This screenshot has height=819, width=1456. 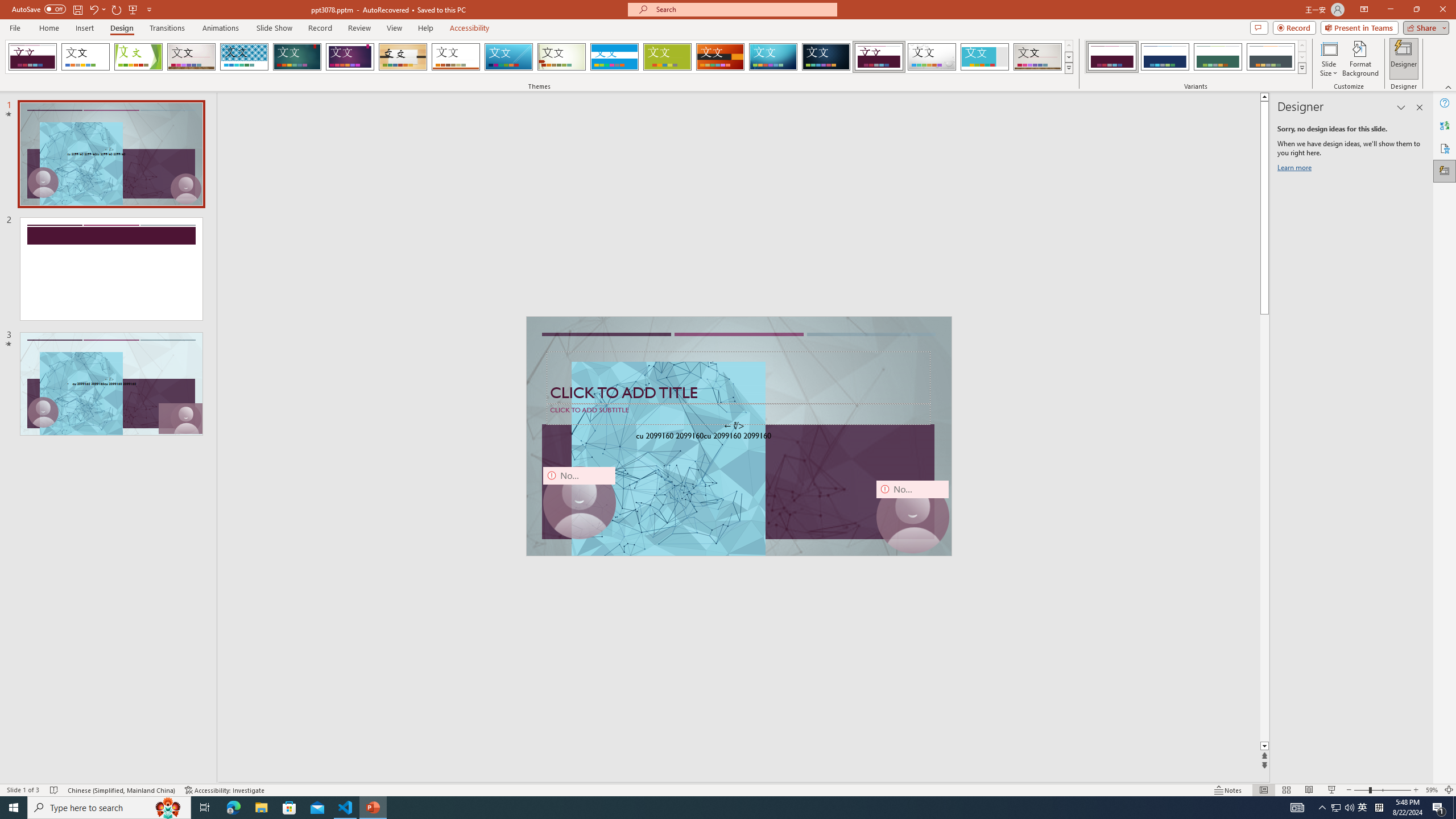 I want to click on 'Learn more', so click(x=1296, y=169).